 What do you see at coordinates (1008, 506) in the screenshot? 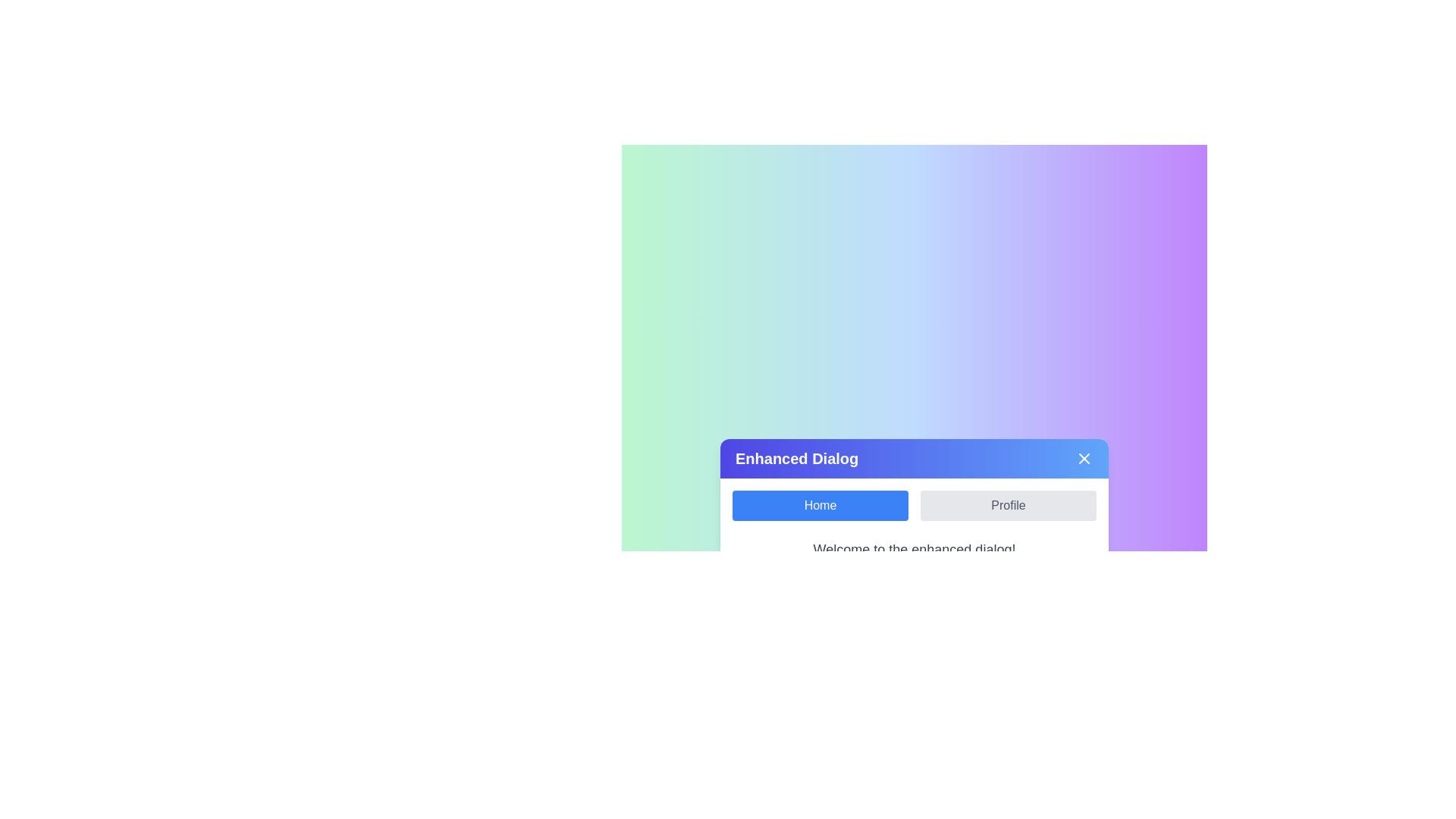
I see `the navigation button that takes users to the 'Profile' section, which is positioned to the right of the 'Home' button` at bounding box center [1008, 506].